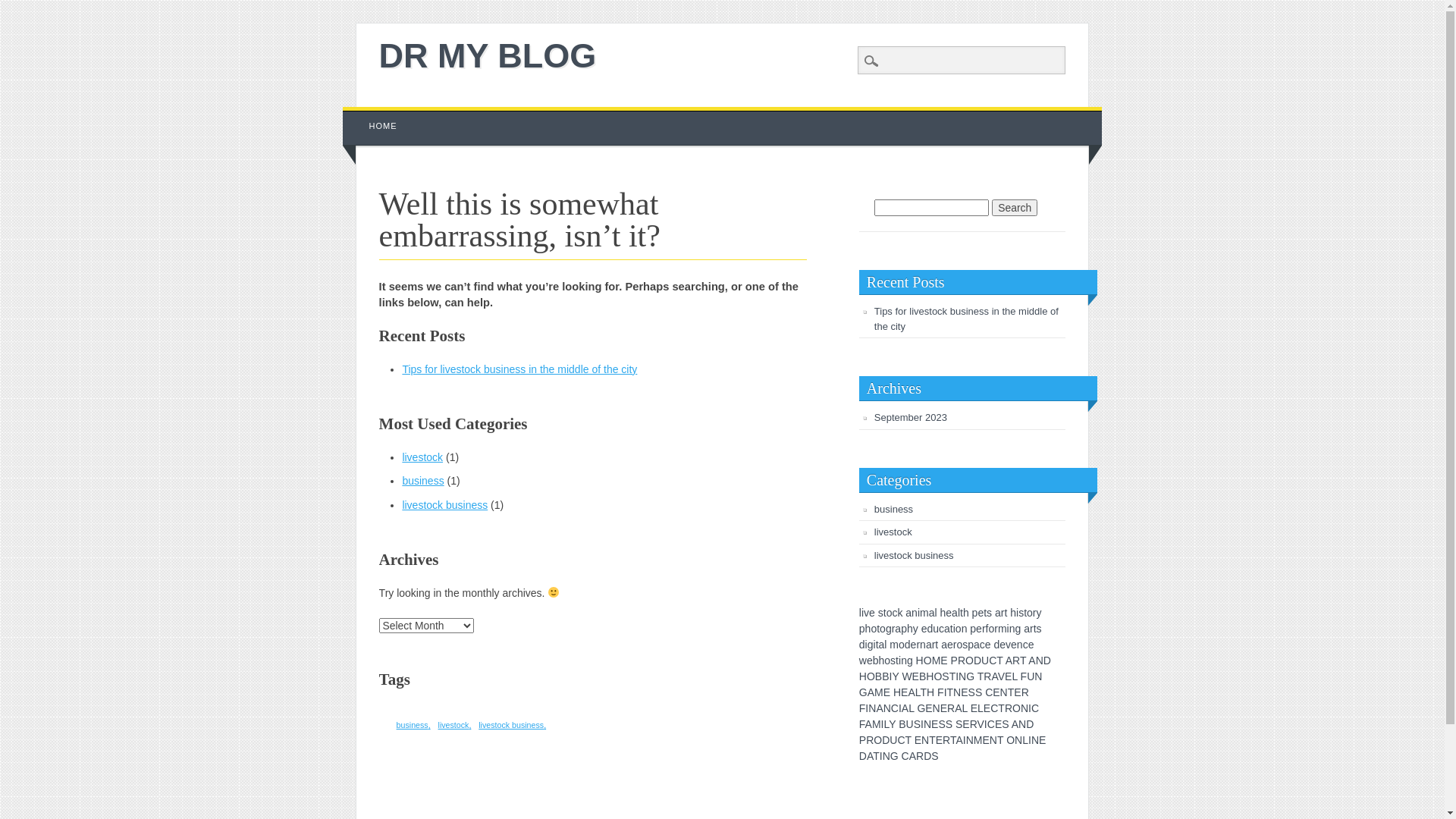 Image resolution: width=1456 pixels, height=819 pixels. I want to click on 'C', so click(895, 708).